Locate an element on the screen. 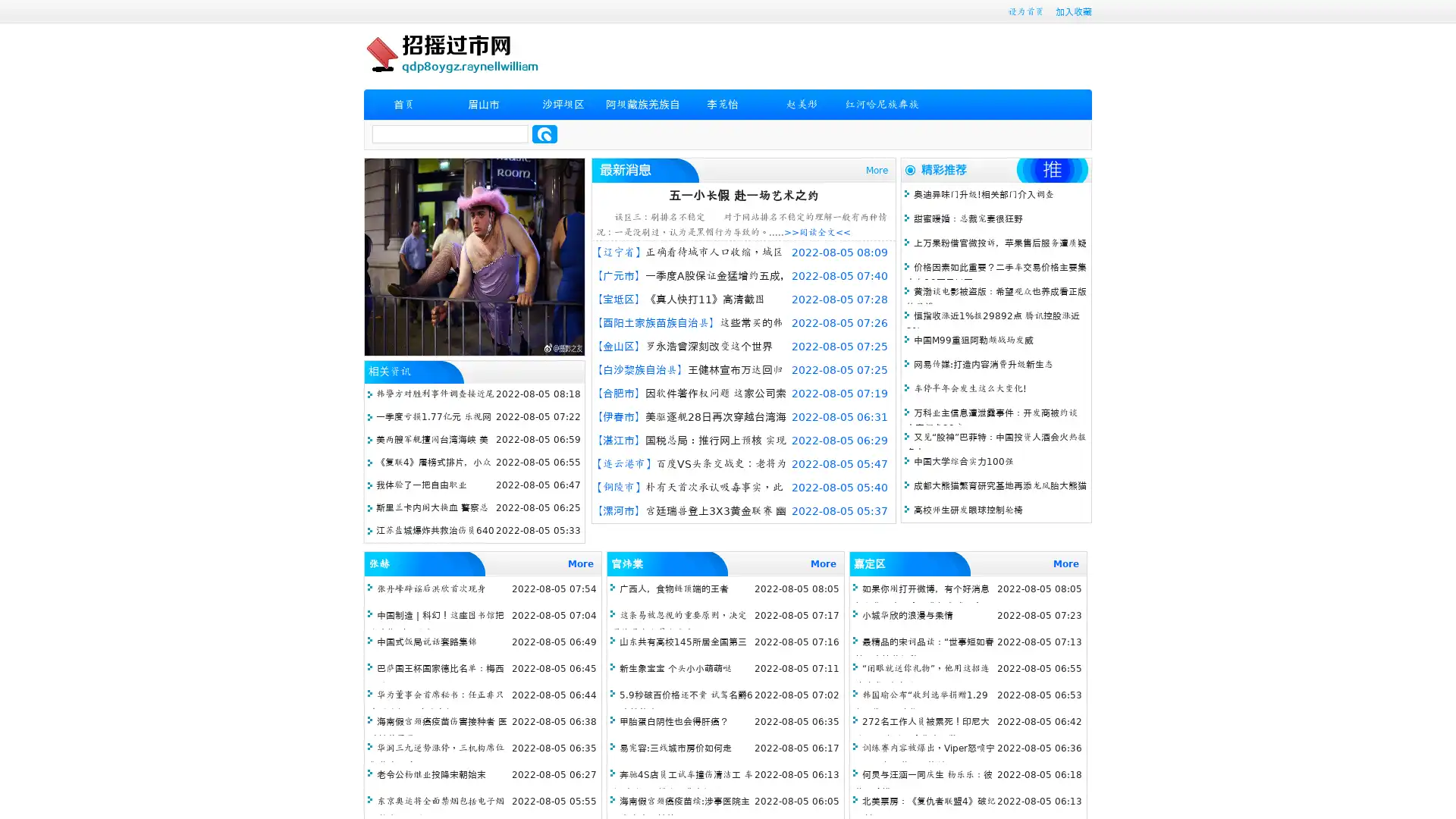 The width and height of the screenshot is (1456, 819). Search is located at coordinates (544, 133).